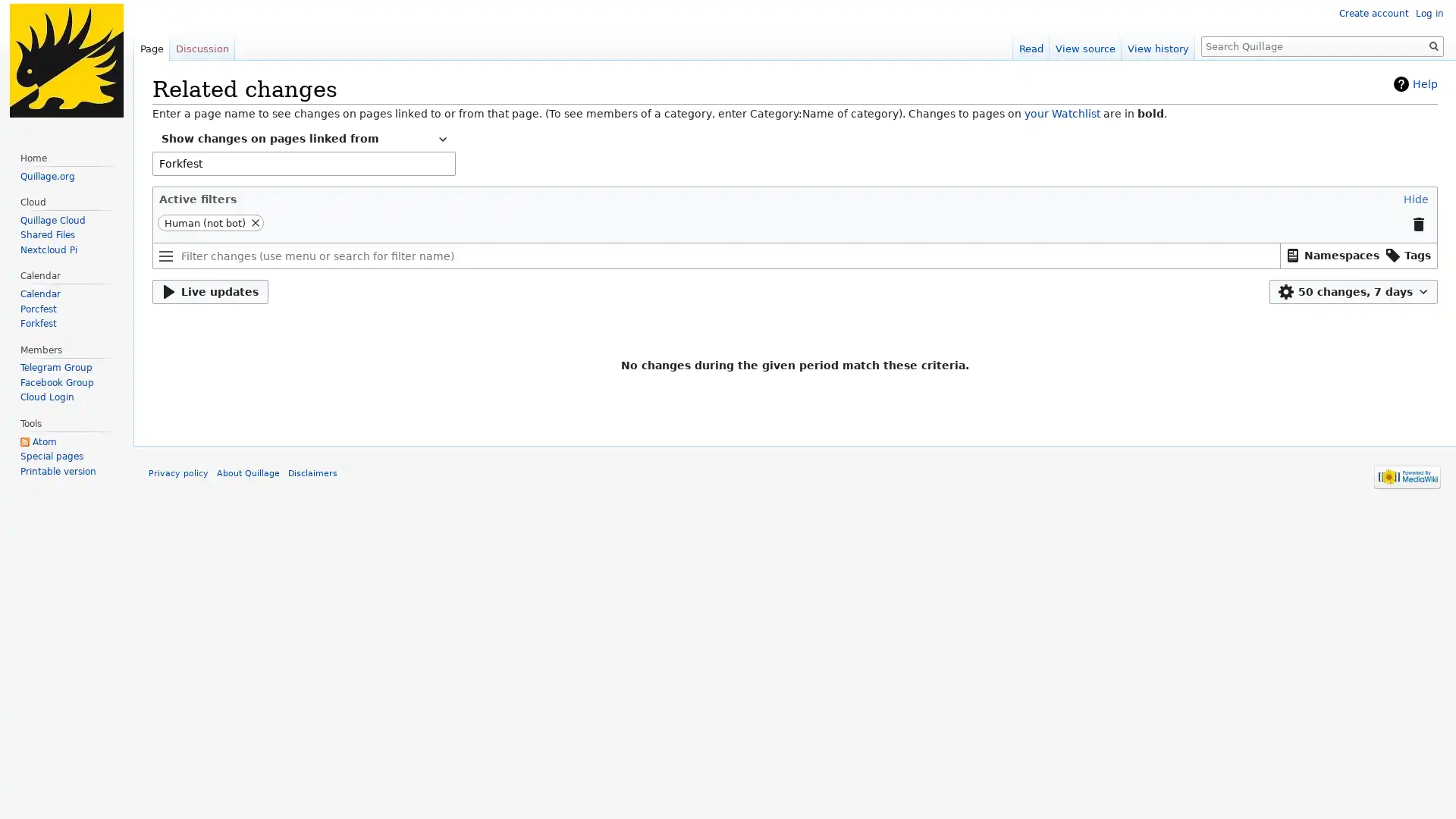 This screenshot has height=819, width=1456. What do you see at coordinates (1417, 223) in the screenshot?
I see `Clear all filters` at bounding box center [1417, 223].